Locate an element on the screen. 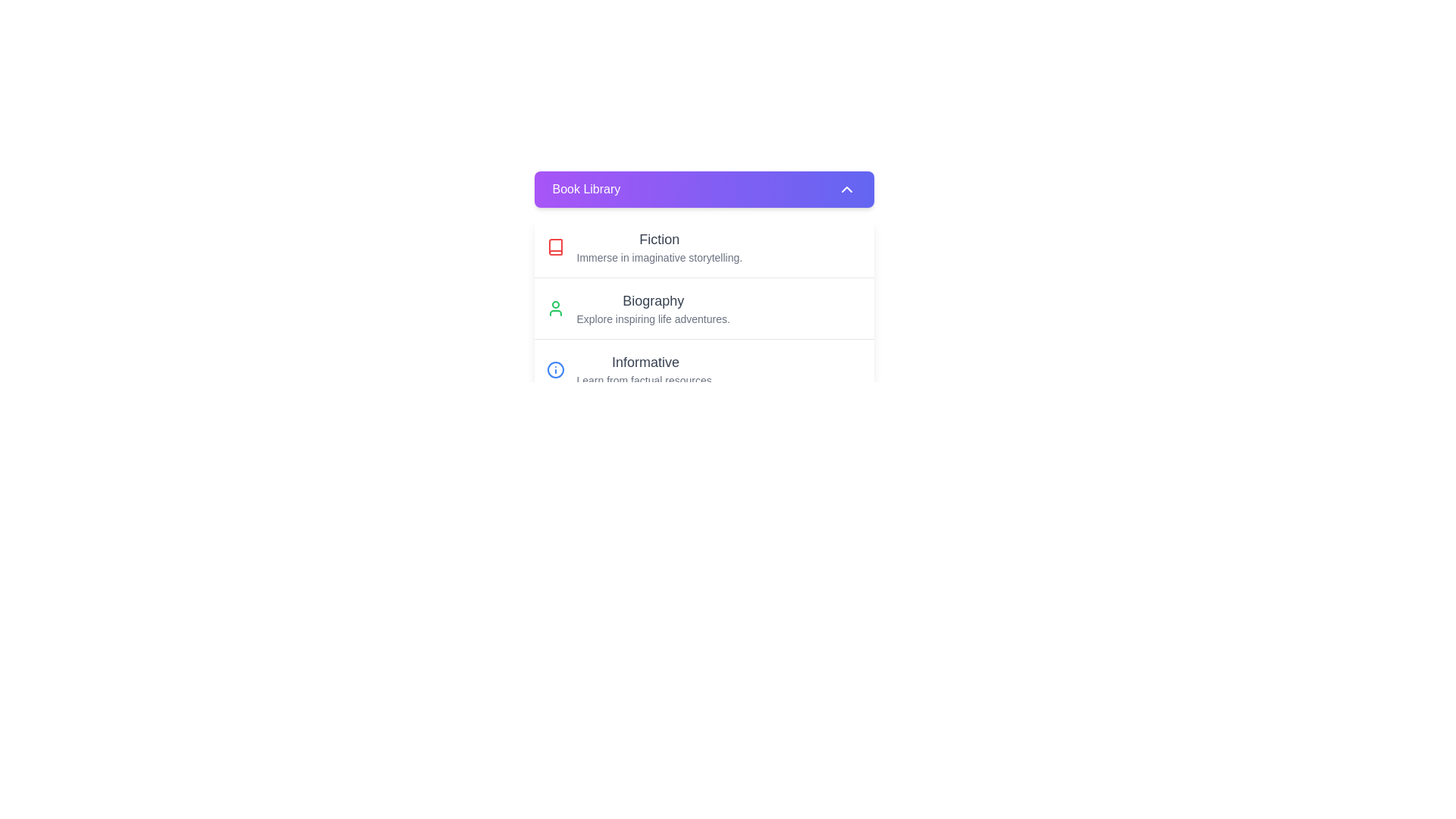  the informative icon located to the left of the 'Informative' text in the 'Informative' section is located at coordinates (554, 370).